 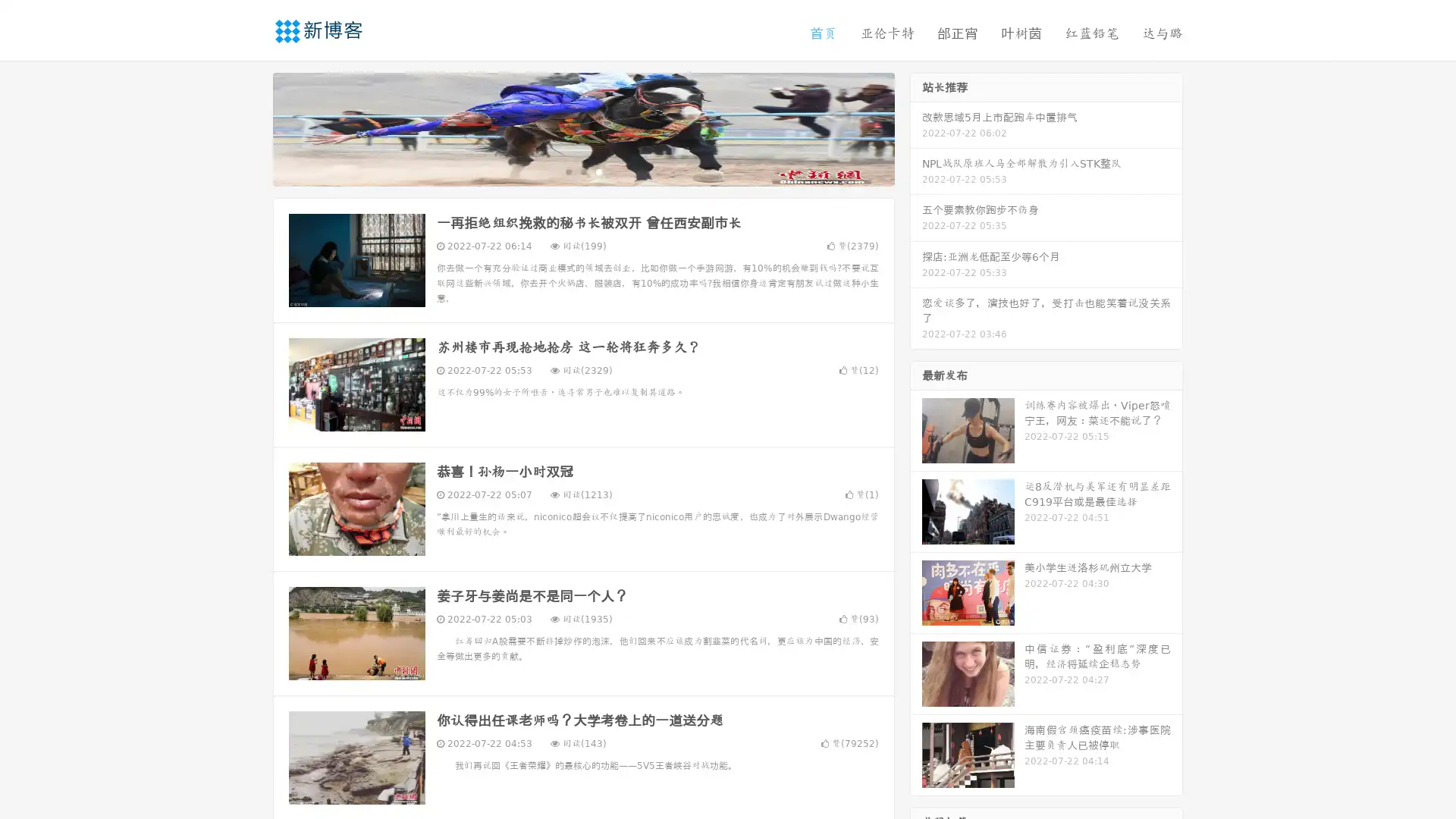 I want to click on Previous slide, so click(x=250, y=127).